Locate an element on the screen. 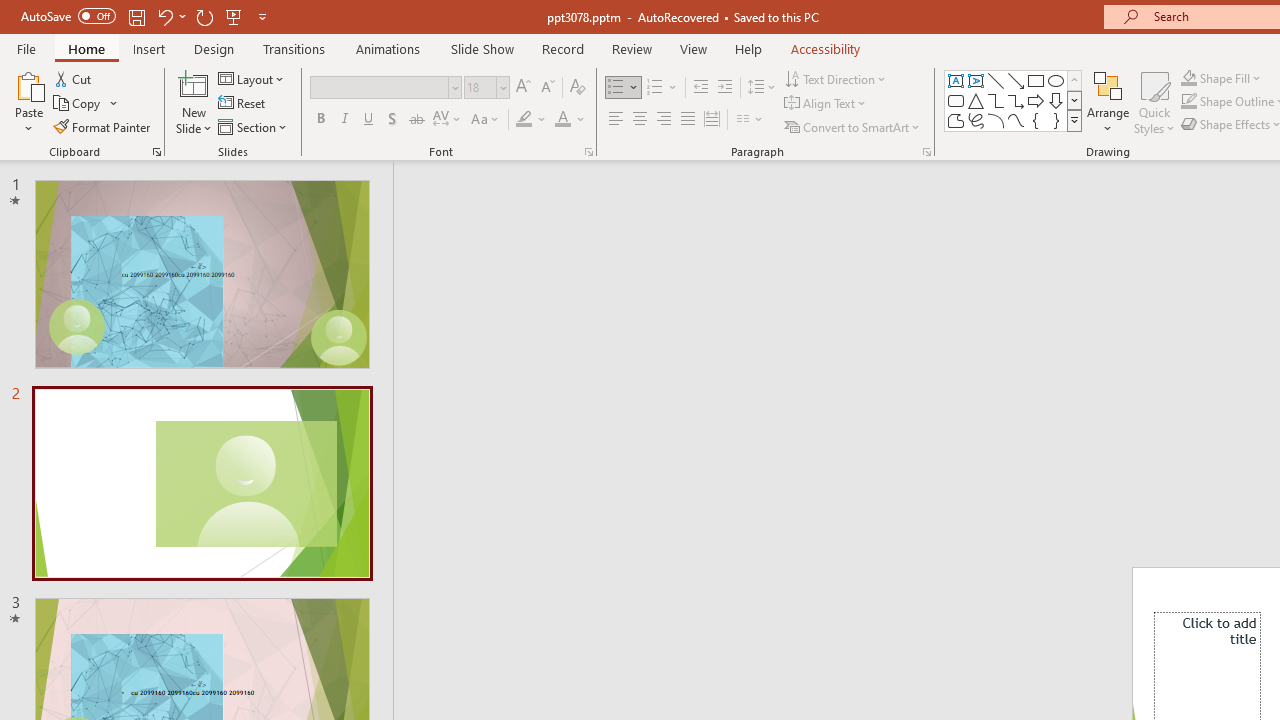  'Left Brace' is located at coordinates (1036, 120).